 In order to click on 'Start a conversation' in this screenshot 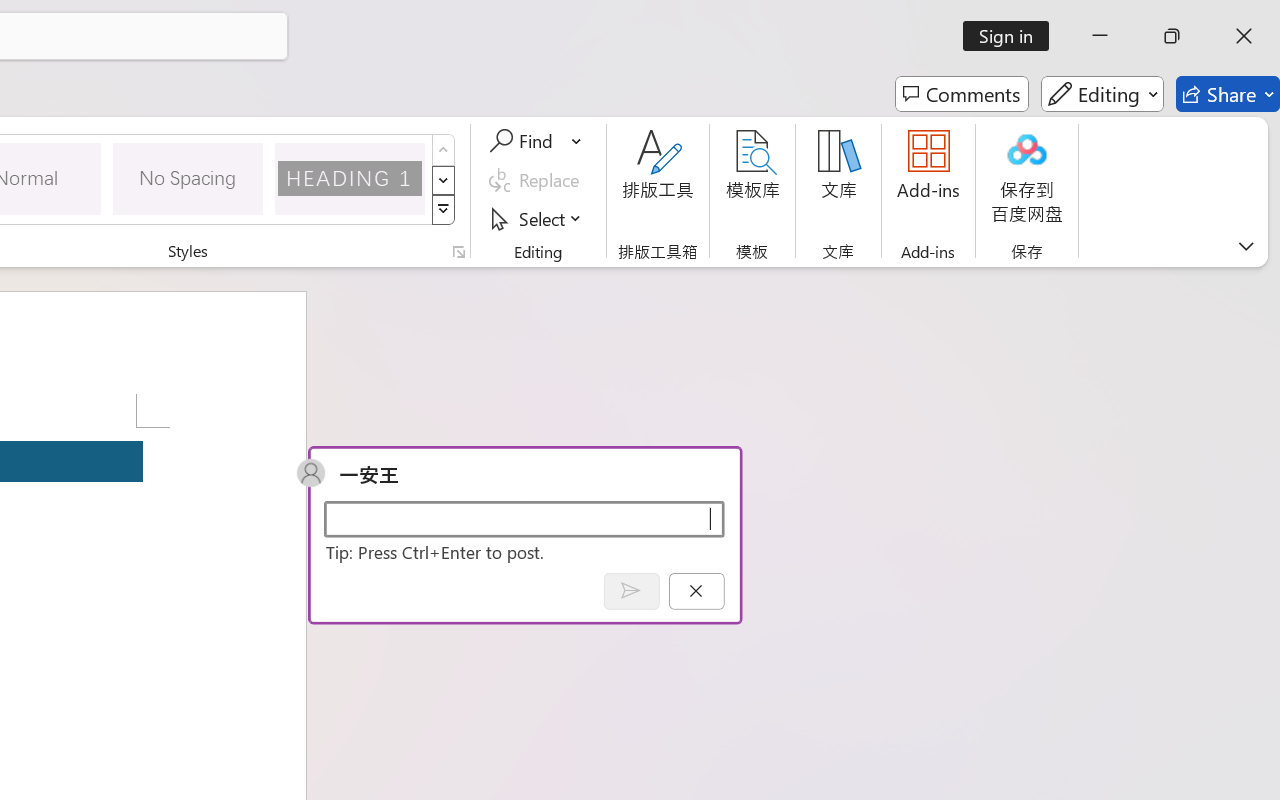, I will do `click(524, 517)`.